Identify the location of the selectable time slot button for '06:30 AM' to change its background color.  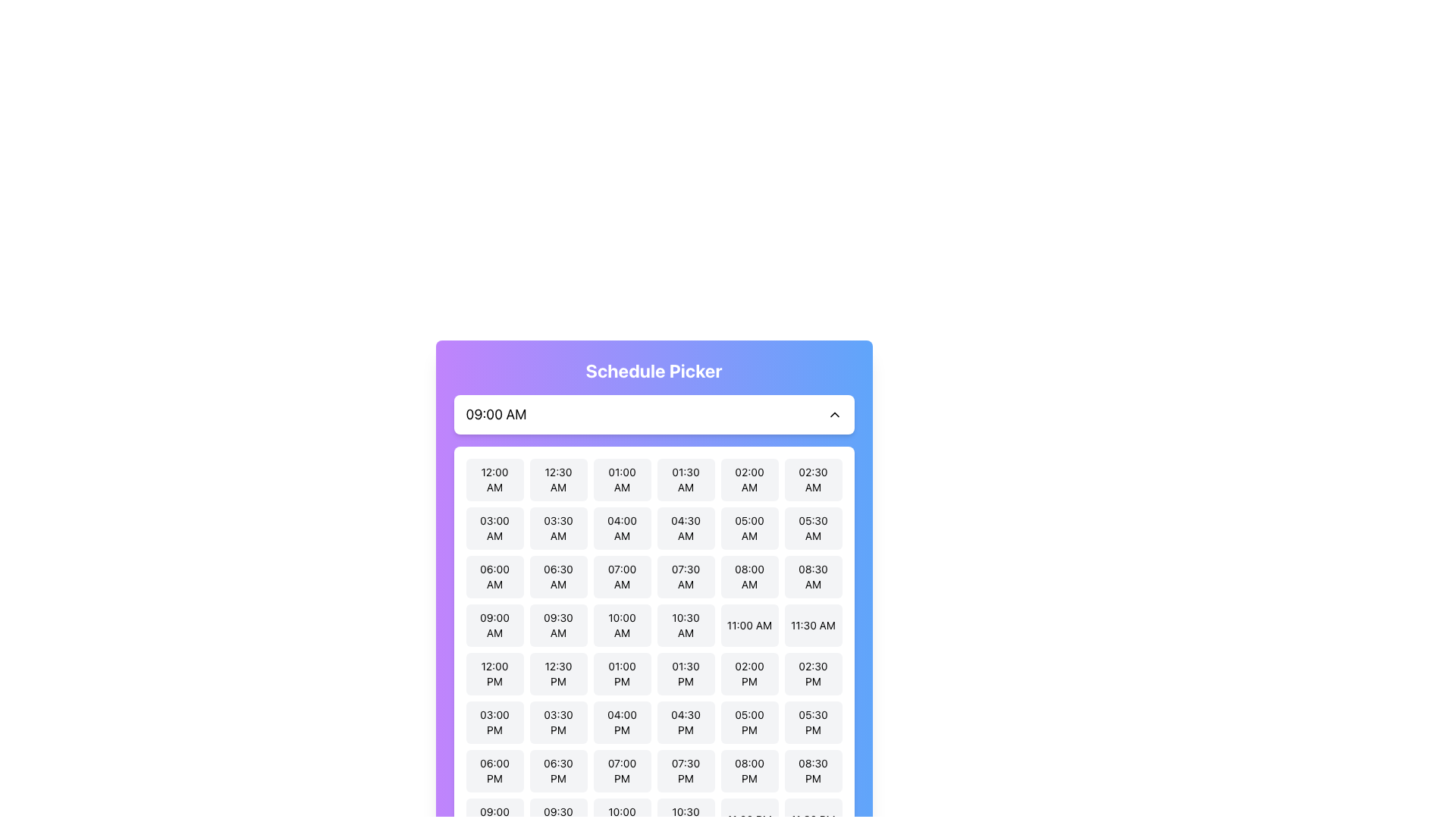
(557, 576).